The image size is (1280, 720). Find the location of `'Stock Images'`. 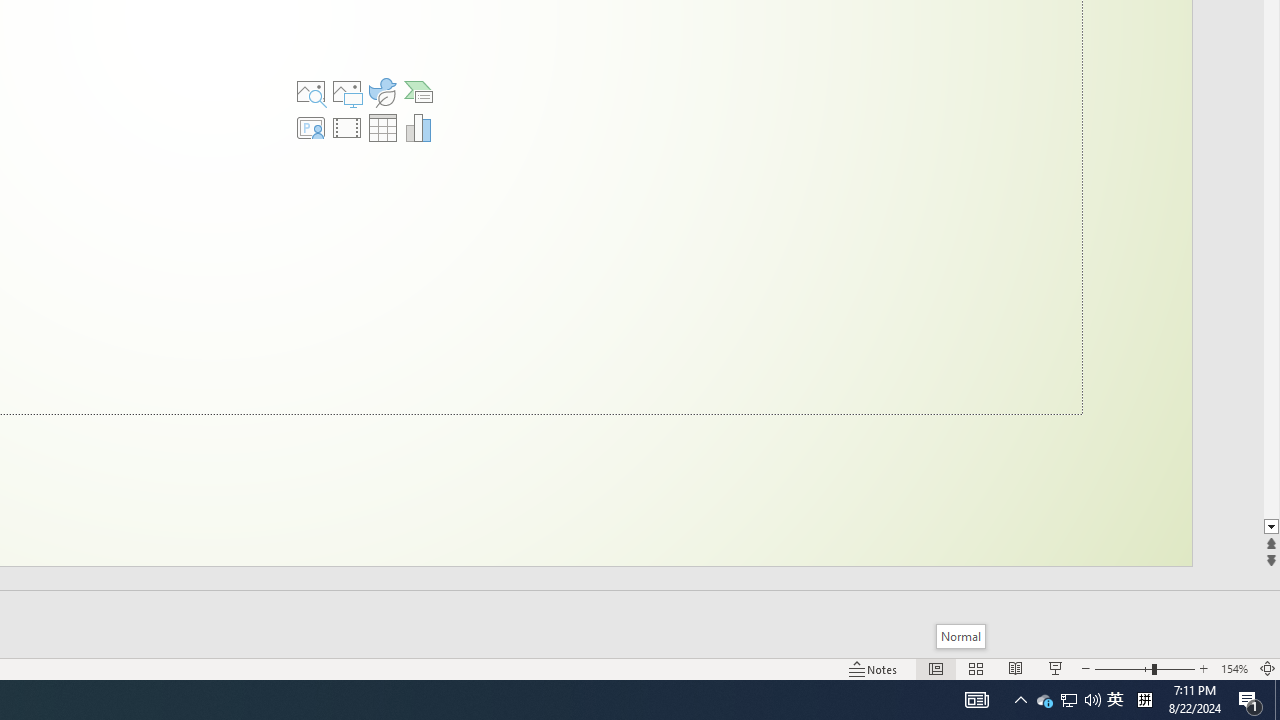

'Stock Images' is located at coordinates (309, 92).